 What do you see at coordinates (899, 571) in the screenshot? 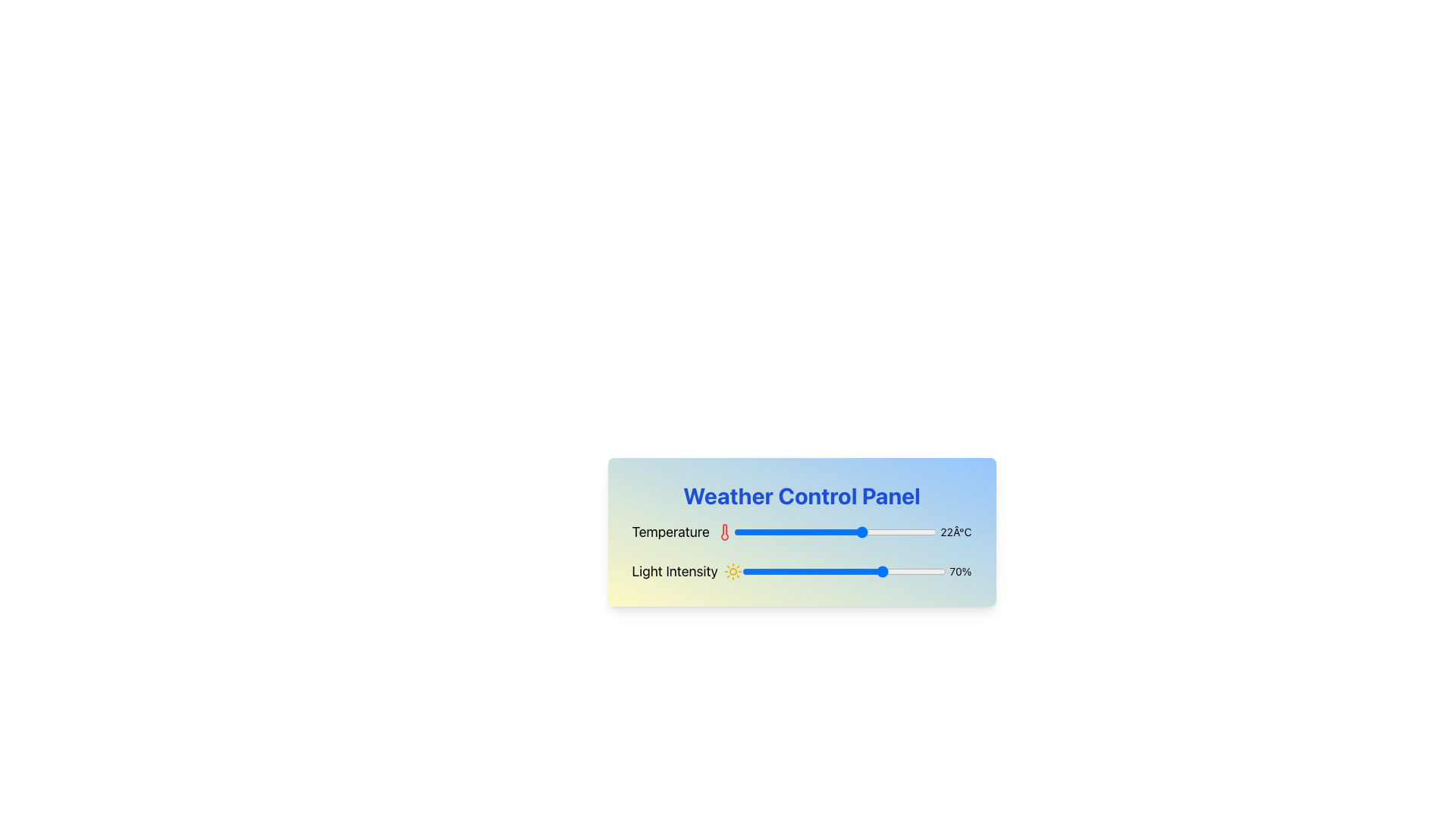
I see `light intensity` at bounding box center [899, 571].